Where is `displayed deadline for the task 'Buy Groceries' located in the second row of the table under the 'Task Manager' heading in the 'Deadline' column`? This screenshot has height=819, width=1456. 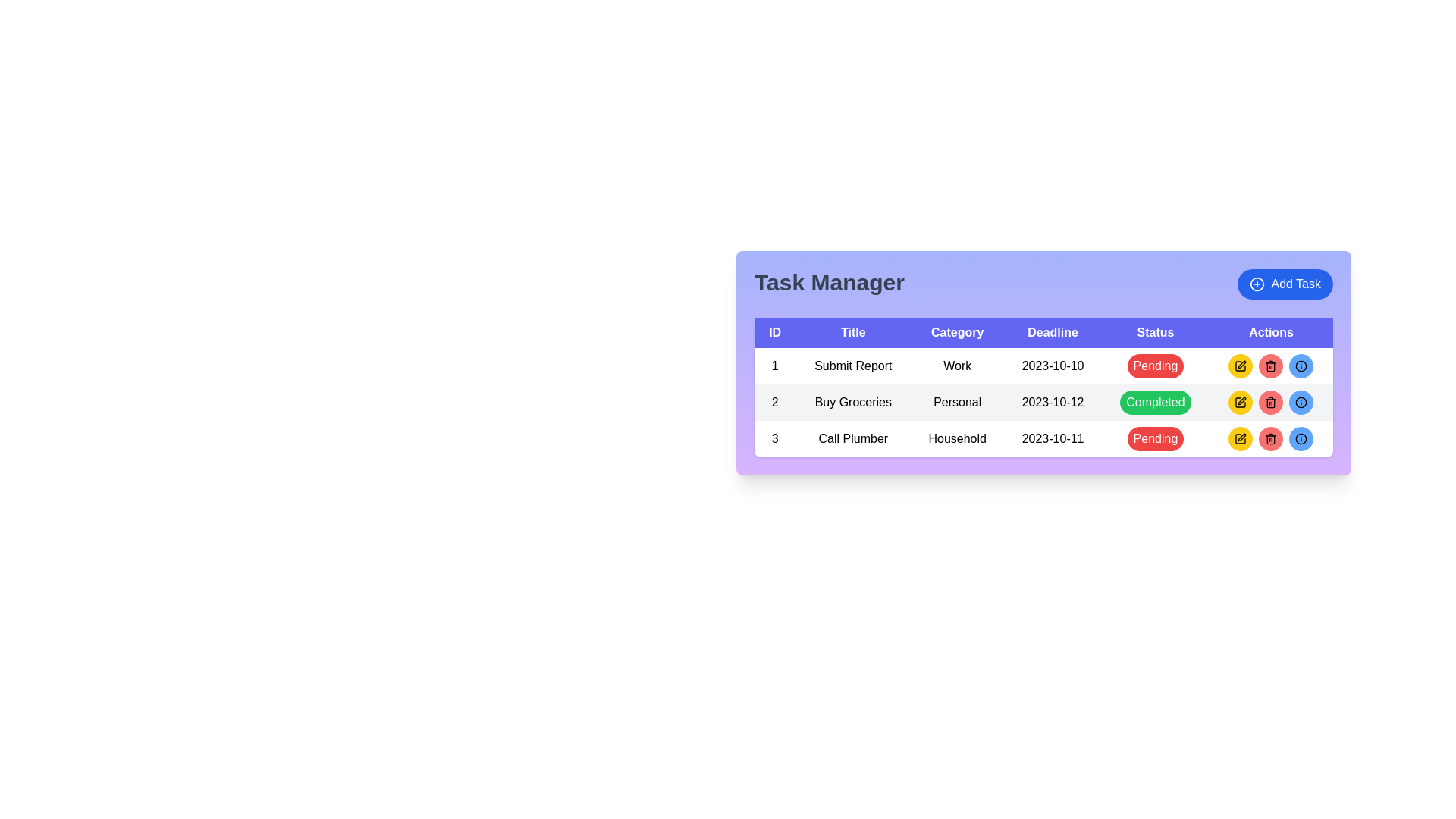 displayed deadline for the task 'Buy Groceries' located in the second row of the table under the 'Task Manager' heading in the 'Deadline' column is located at coordinates (1052, 402).